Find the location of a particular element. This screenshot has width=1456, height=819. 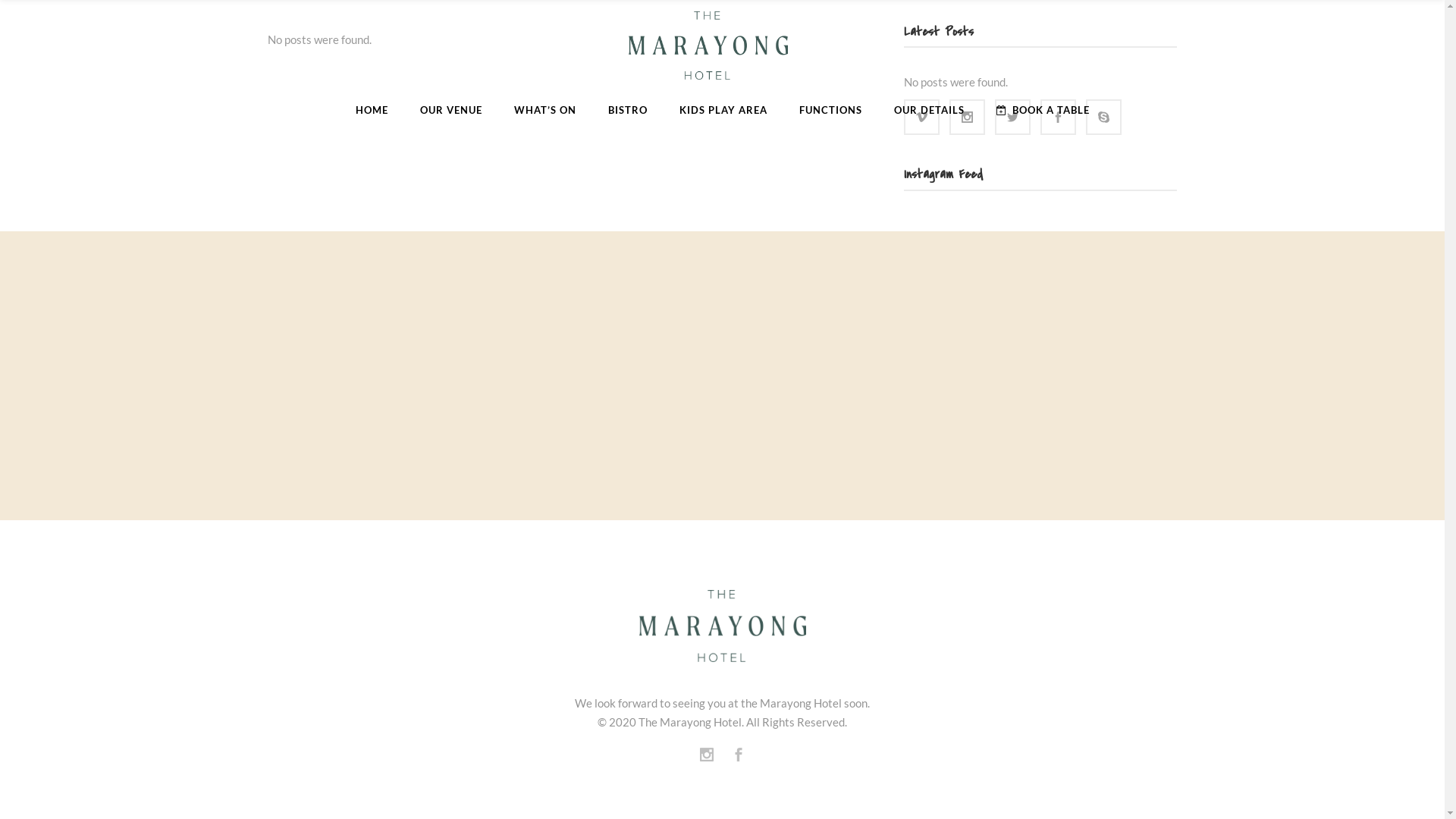

'KIDS PLAY AREA' is located at coordinates (722, 109).